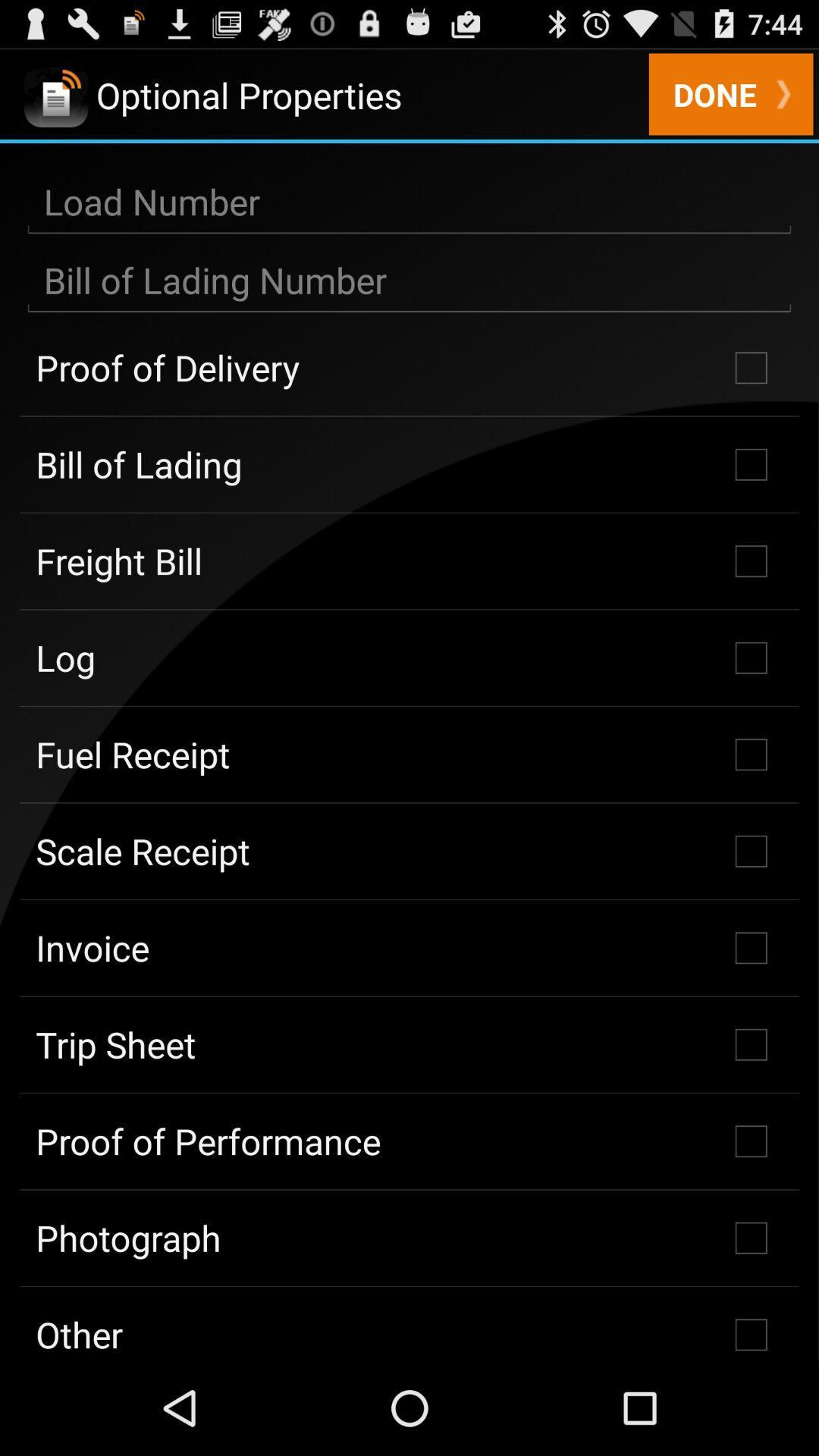 This screenshot has width=819, height=1456. What do you see at coordinates (409, 1323) in the screenshot?
I see `other checkbox` at bounding box center [409, 1323].